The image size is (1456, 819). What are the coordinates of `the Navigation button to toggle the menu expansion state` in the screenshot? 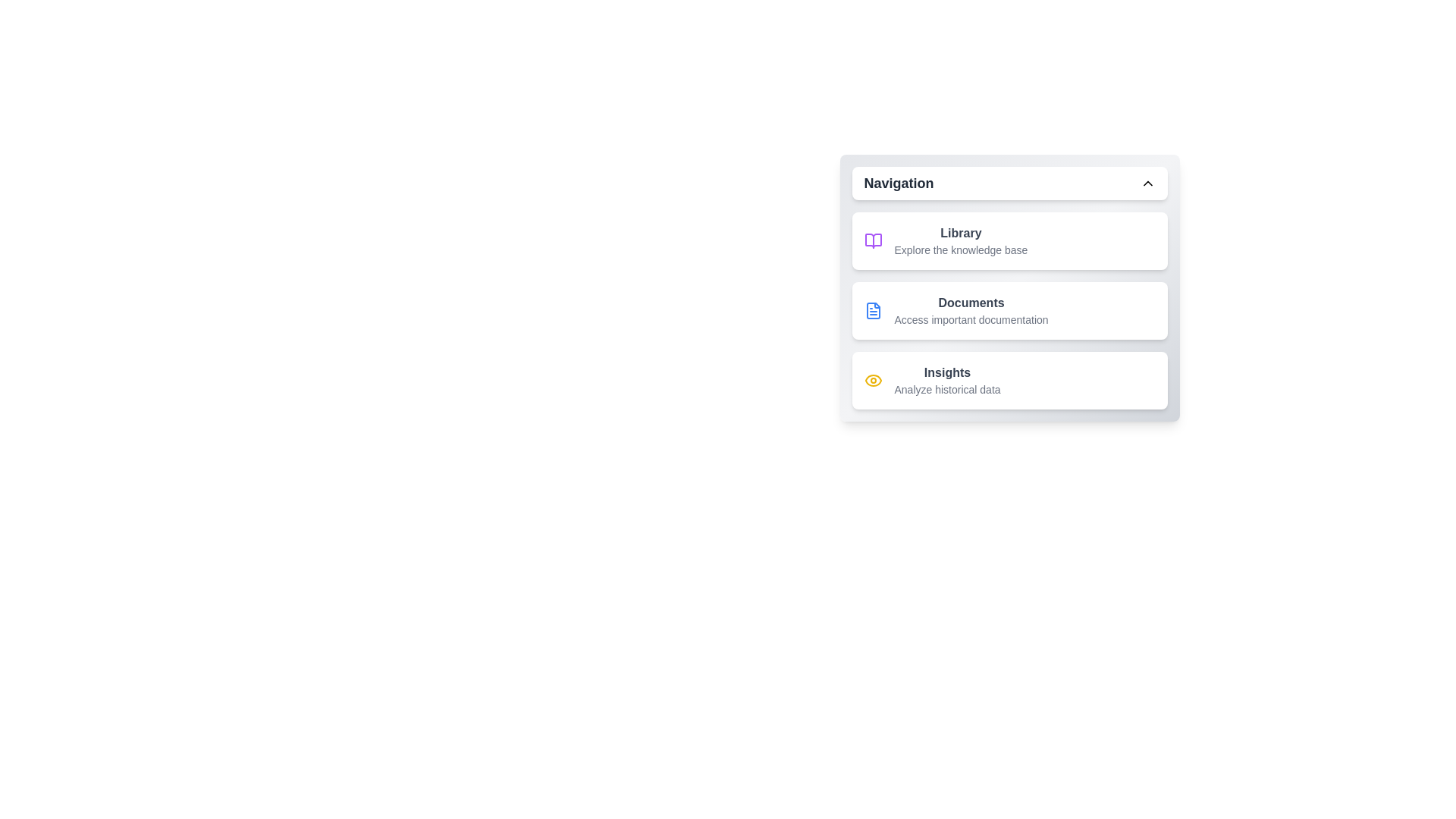 It's located at (1009, 183).